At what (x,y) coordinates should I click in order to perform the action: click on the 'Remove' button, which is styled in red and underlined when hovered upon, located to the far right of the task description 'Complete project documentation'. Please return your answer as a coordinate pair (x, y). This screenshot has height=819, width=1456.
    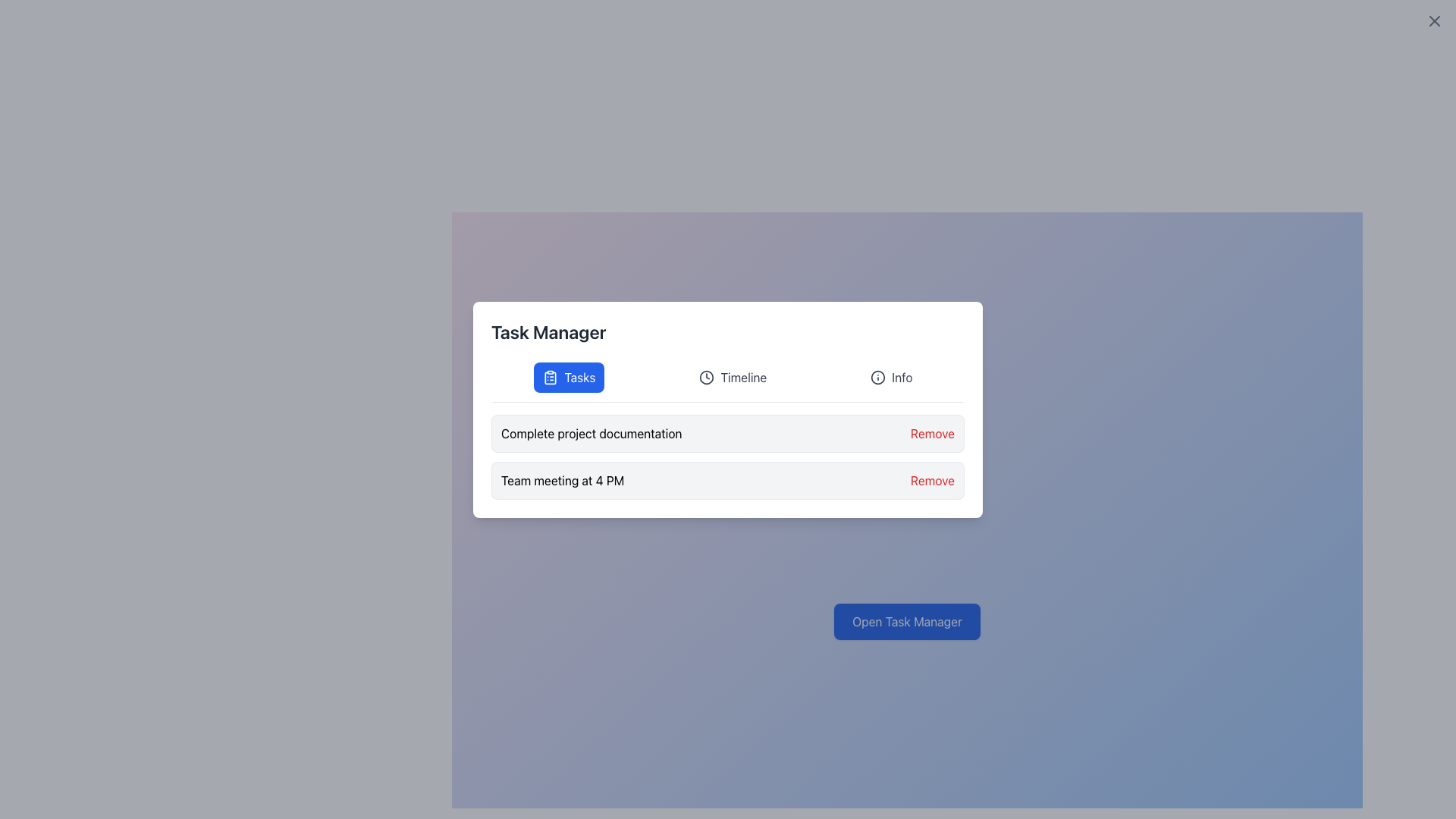
    Looking at the image, I should click on (931, 433).